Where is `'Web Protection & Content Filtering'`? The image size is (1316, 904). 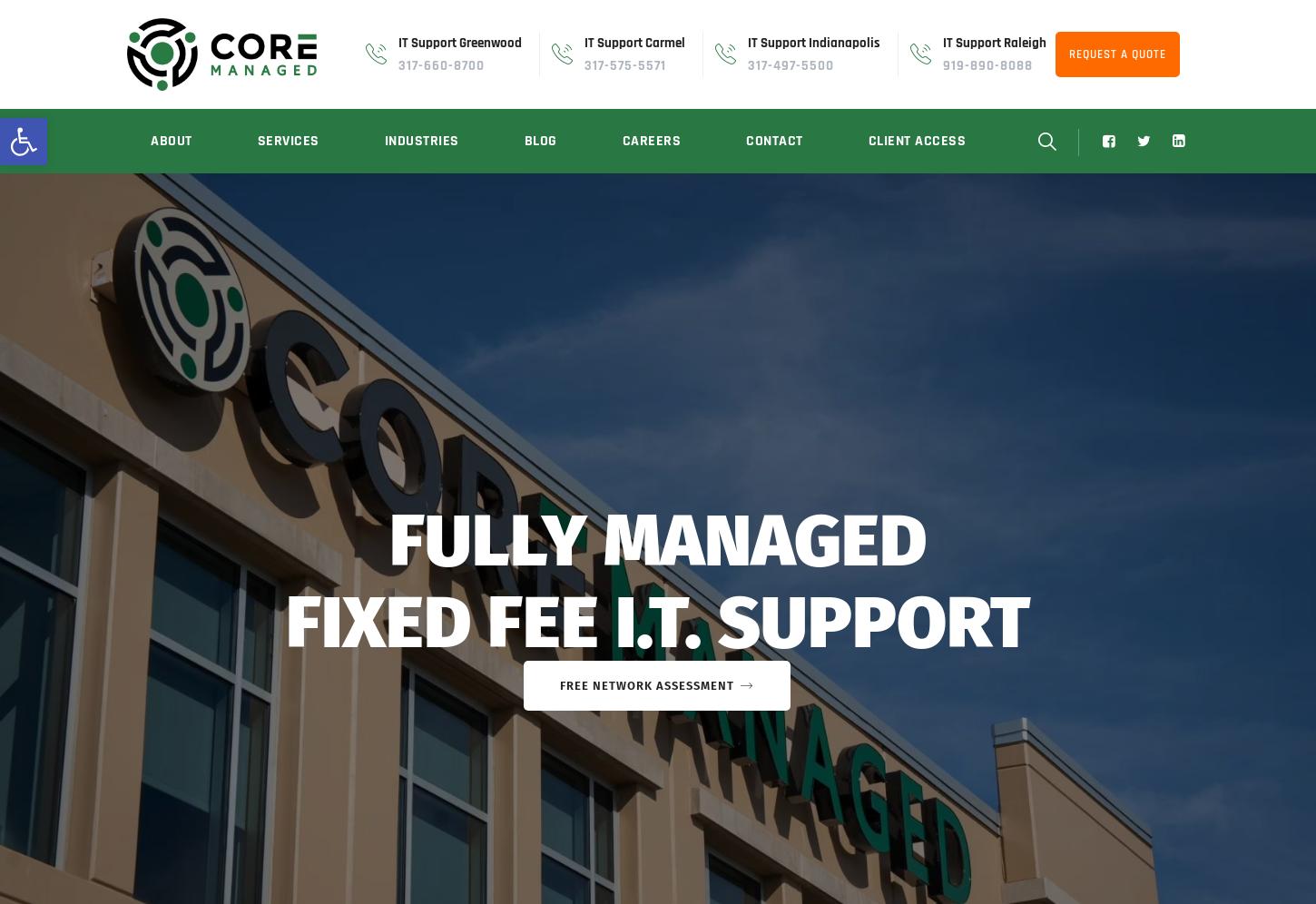 'Web Protection & Content Filtering' is located at coordinates (250, 312).